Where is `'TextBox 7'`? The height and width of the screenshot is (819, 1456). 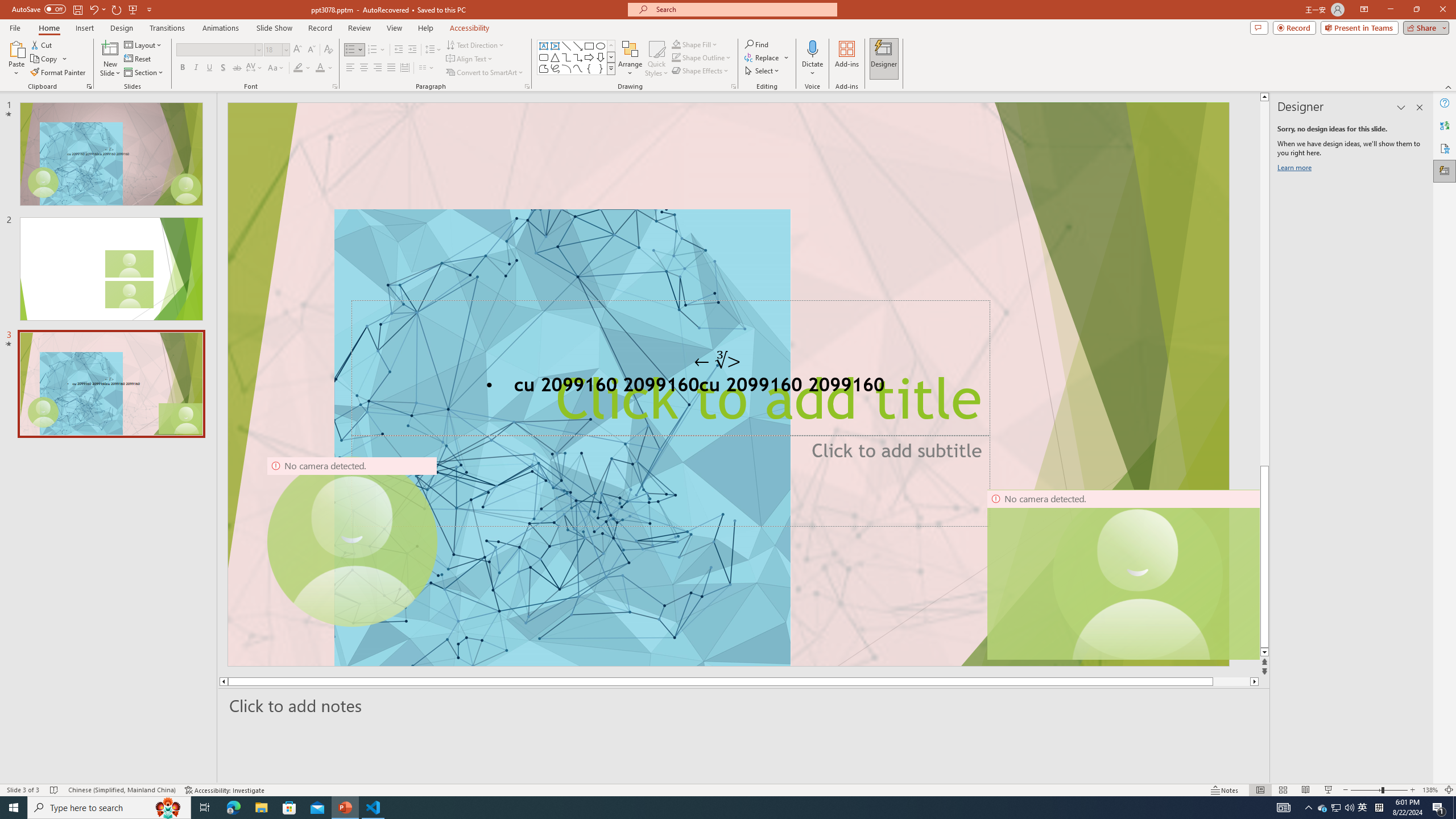
'TextBox 7' is located at coordinates (717, 360).